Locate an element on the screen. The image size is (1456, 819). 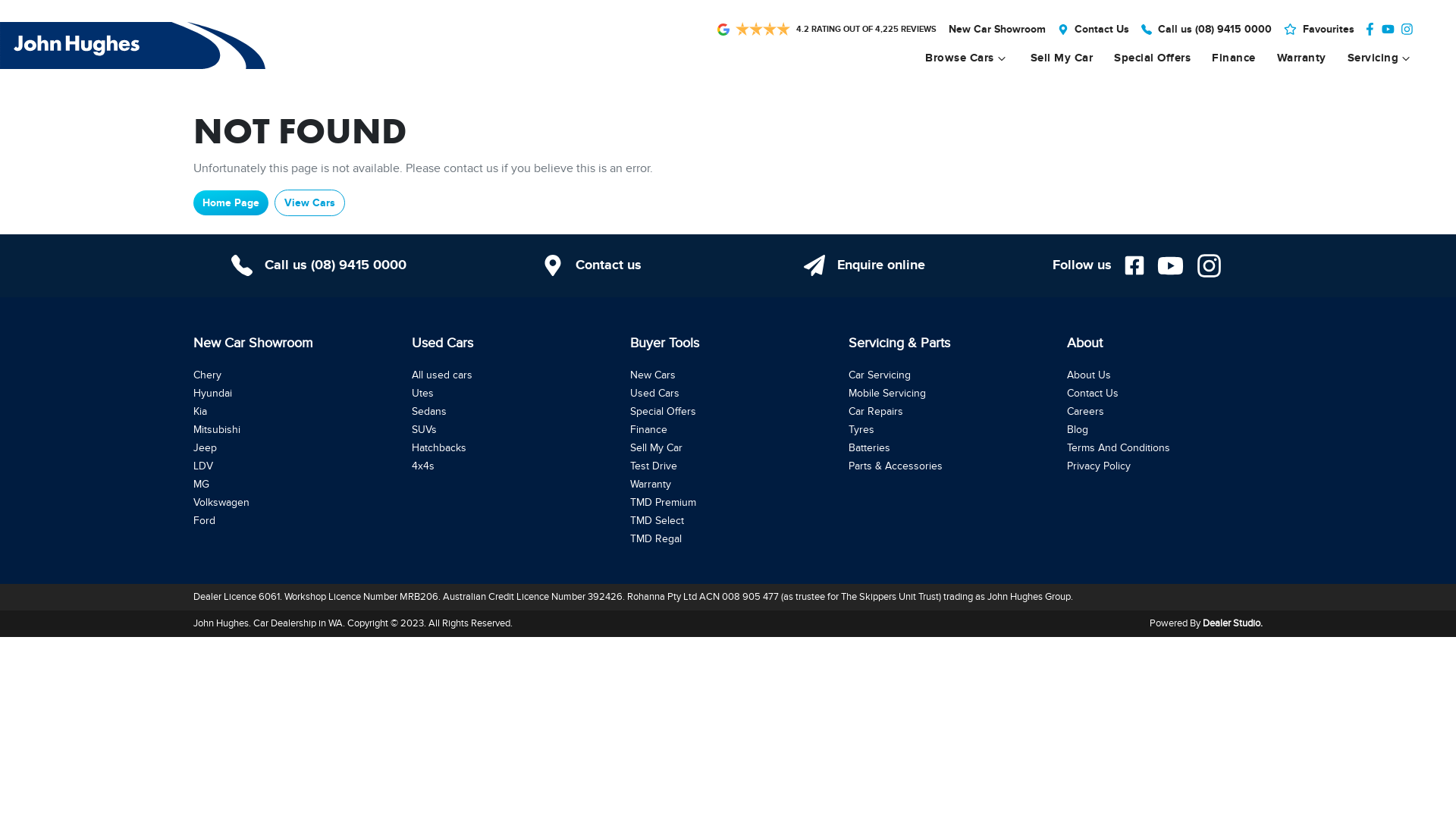
'Privacy Policy' is located at coordinates (1099, 465).